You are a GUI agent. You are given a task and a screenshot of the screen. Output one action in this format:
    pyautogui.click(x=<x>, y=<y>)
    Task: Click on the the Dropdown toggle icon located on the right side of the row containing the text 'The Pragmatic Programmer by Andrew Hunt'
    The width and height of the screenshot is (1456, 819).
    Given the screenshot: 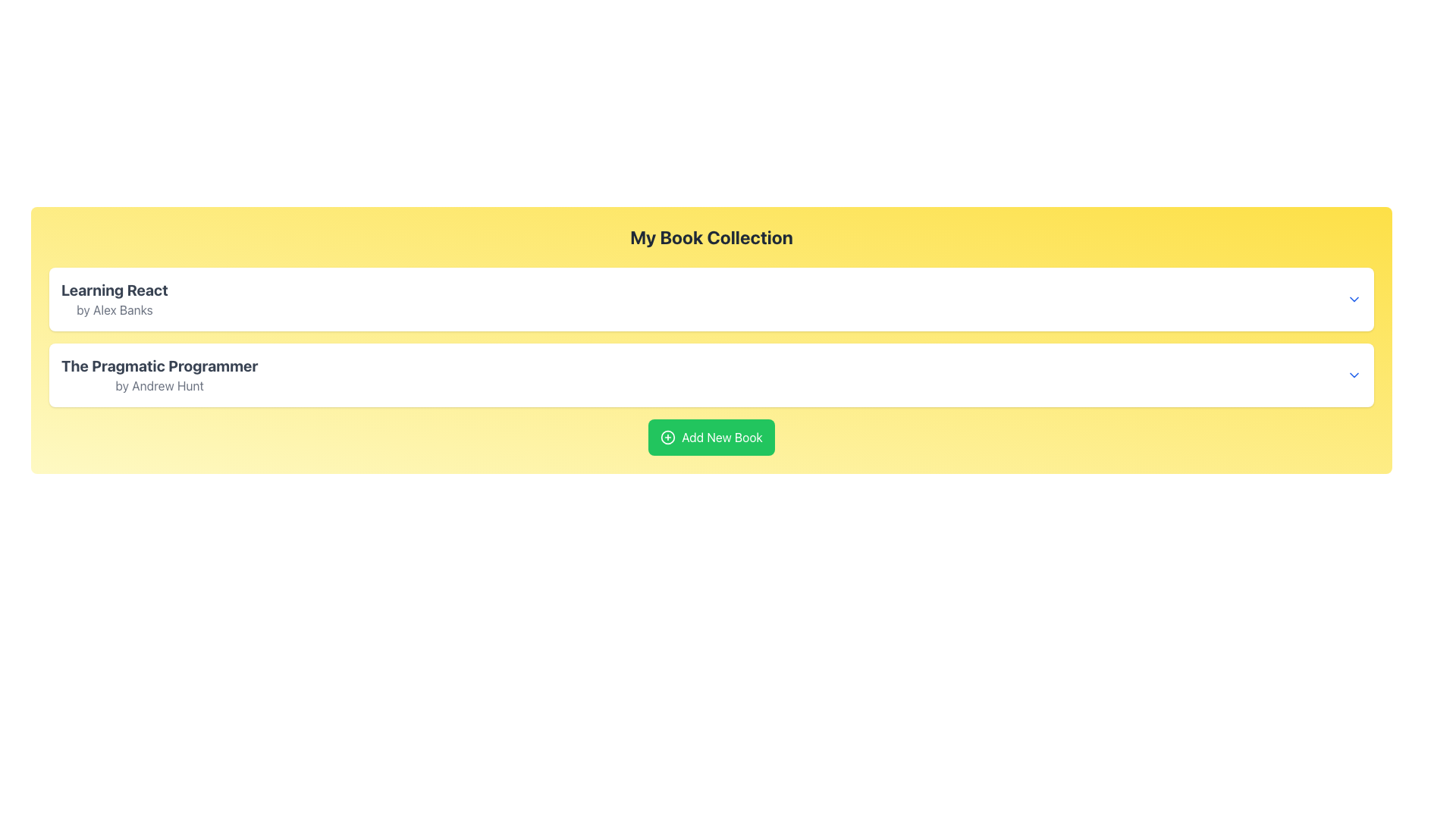 What is the action you would take?
    pyautogui.click(x=1354, y=375)
    